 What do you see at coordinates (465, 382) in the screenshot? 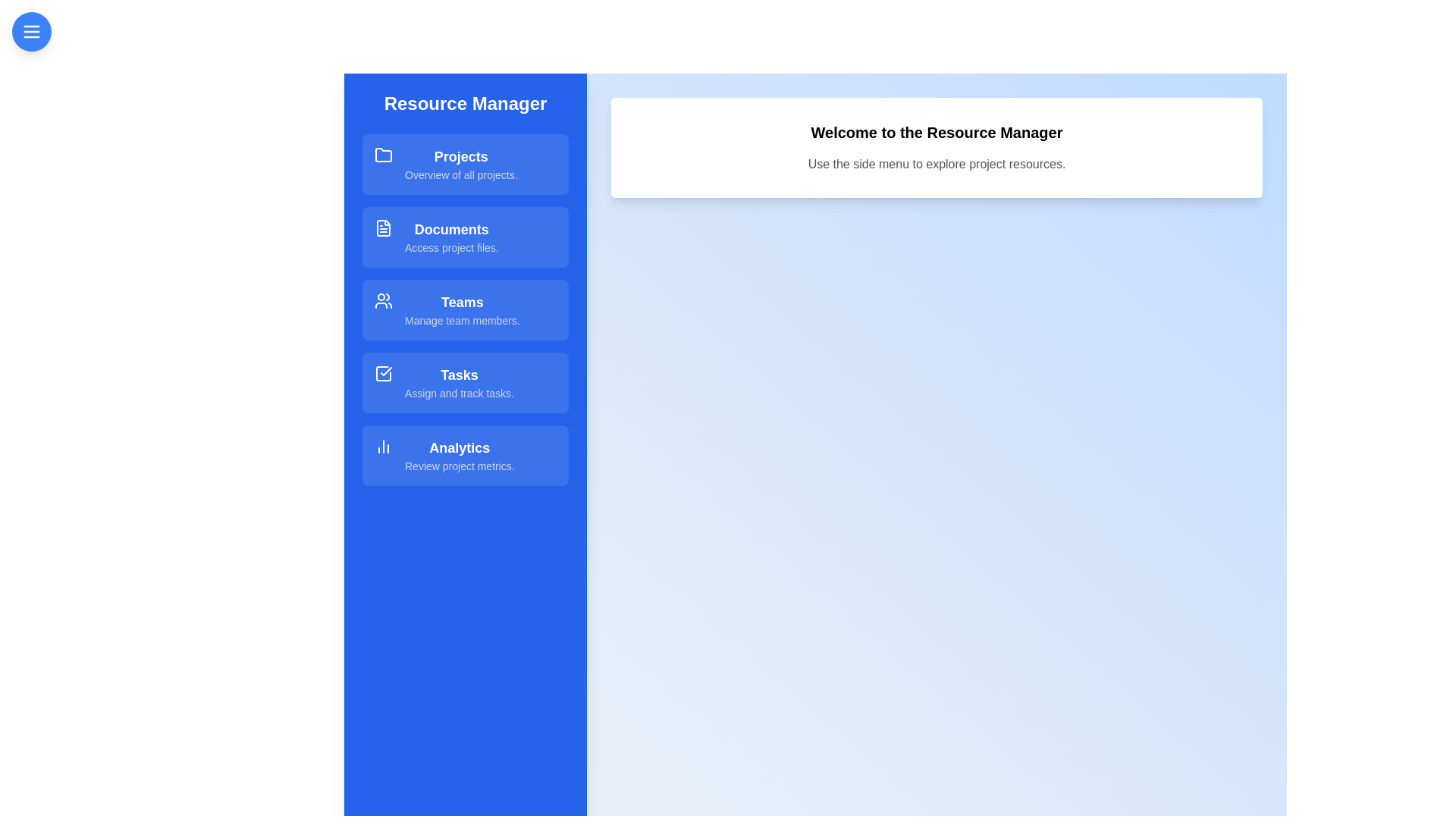
I see `the resource item Tasks to explore its hover effect` at bounding box center [465, 382].